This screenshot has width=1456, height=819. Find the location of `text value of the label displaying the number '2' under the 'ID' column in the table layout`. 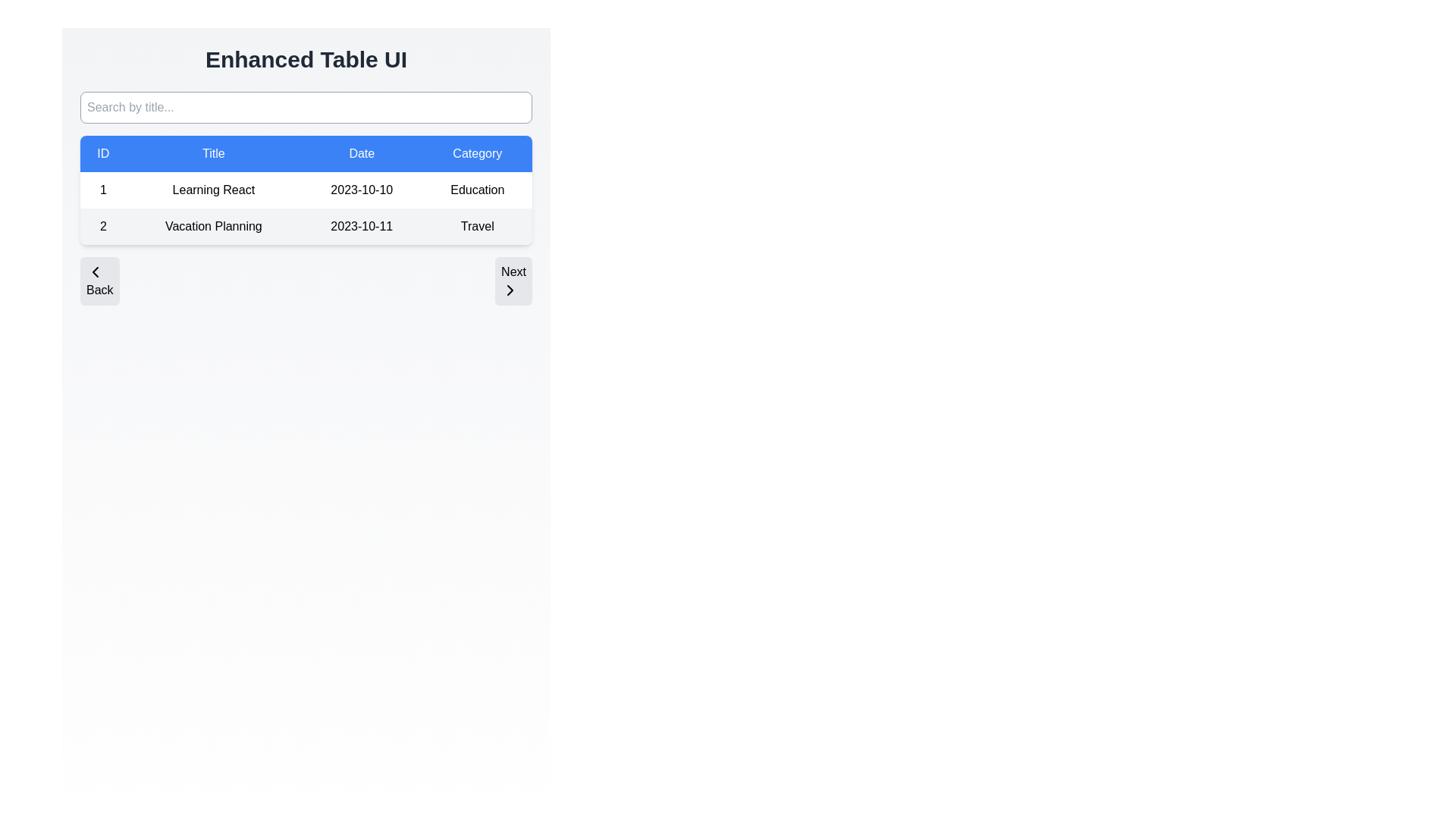

text value of the label displaying the number '2' under the 'ID' column in the table layout is located at coordinates (102, 227).